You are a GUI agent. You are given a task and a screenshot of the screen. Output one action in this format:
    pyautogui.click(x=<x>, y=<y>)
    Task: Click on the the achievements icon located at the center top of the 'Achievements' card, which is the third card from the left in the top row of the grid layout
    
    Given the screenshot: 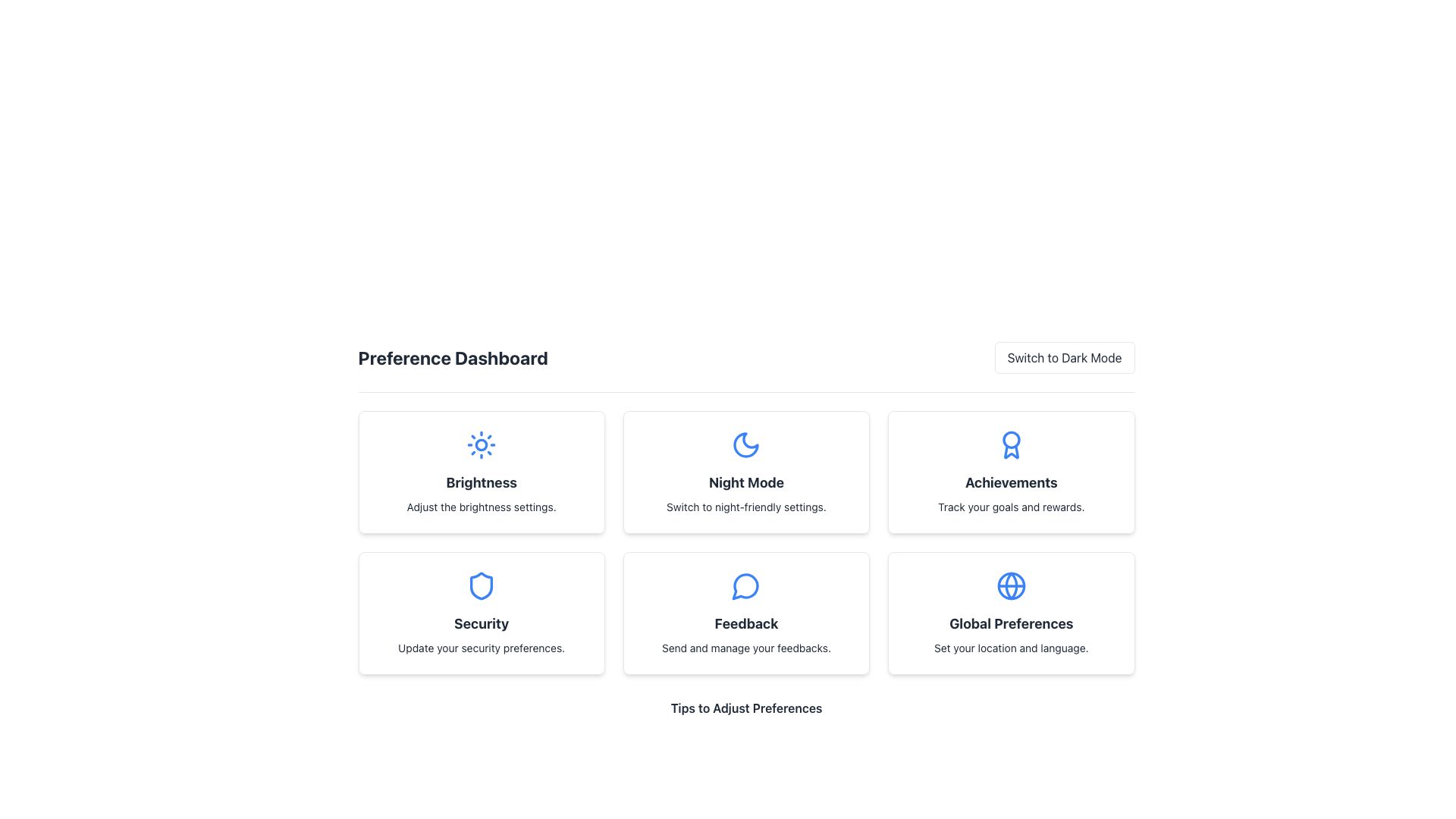 What is the action you would take?
    pyautogui.click(x=1011, y=444)
    